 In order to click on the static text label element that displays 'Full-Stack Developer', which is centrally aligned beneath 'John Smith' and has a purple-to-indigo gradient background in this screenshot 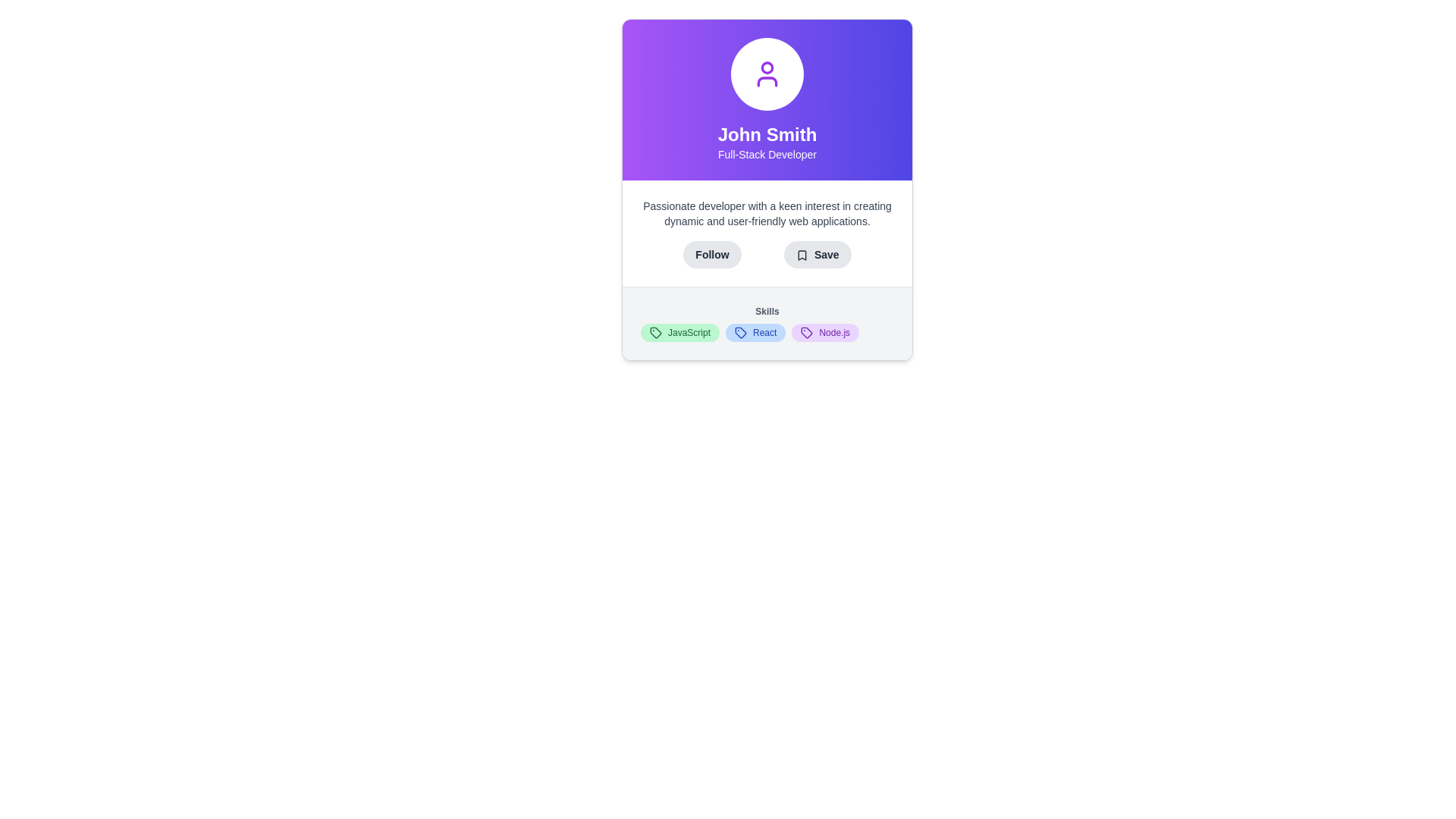, I will do `click(767, 155)`.